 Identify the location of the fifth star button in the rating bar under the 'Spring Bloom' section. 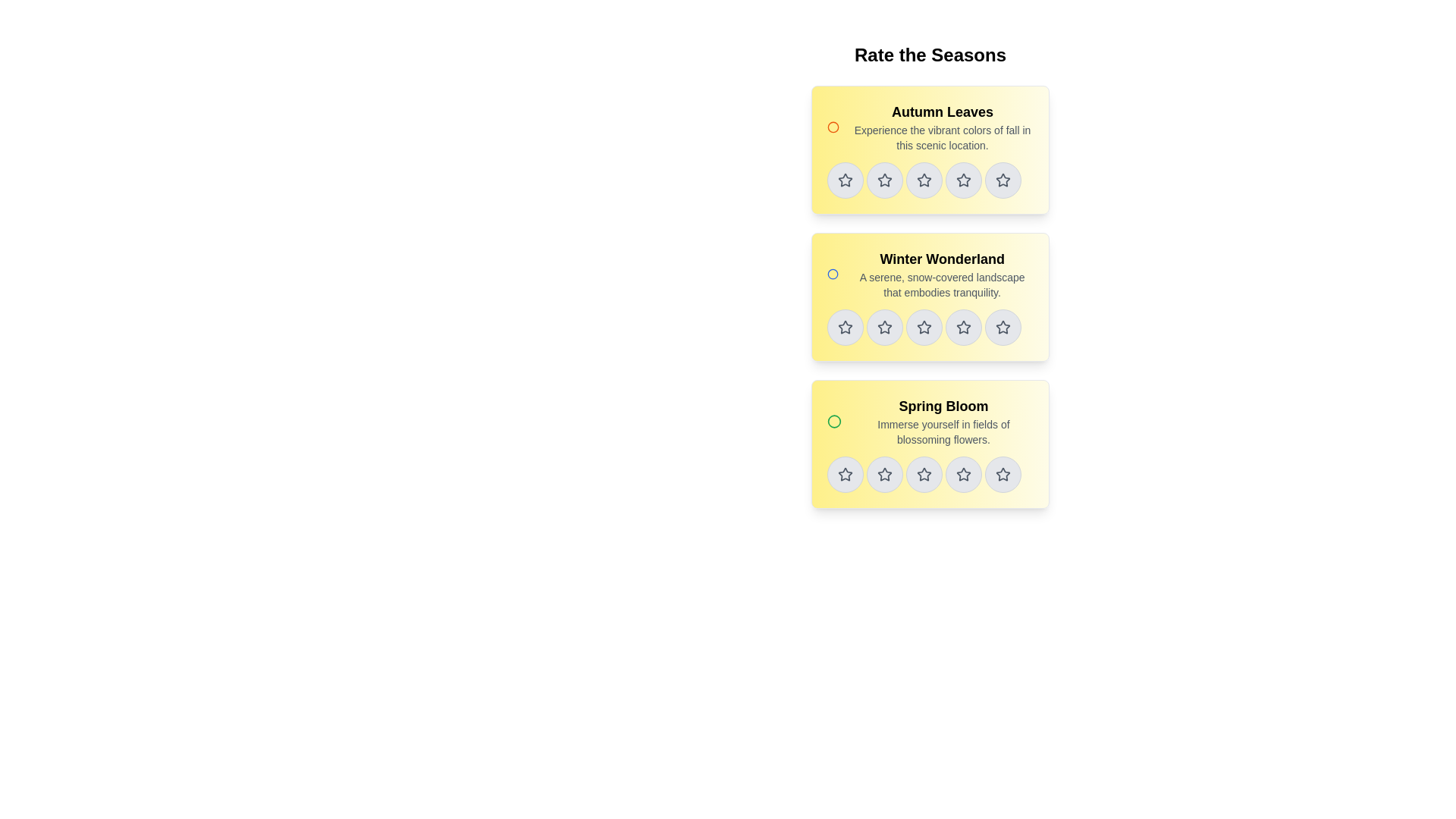
(1003, 473).